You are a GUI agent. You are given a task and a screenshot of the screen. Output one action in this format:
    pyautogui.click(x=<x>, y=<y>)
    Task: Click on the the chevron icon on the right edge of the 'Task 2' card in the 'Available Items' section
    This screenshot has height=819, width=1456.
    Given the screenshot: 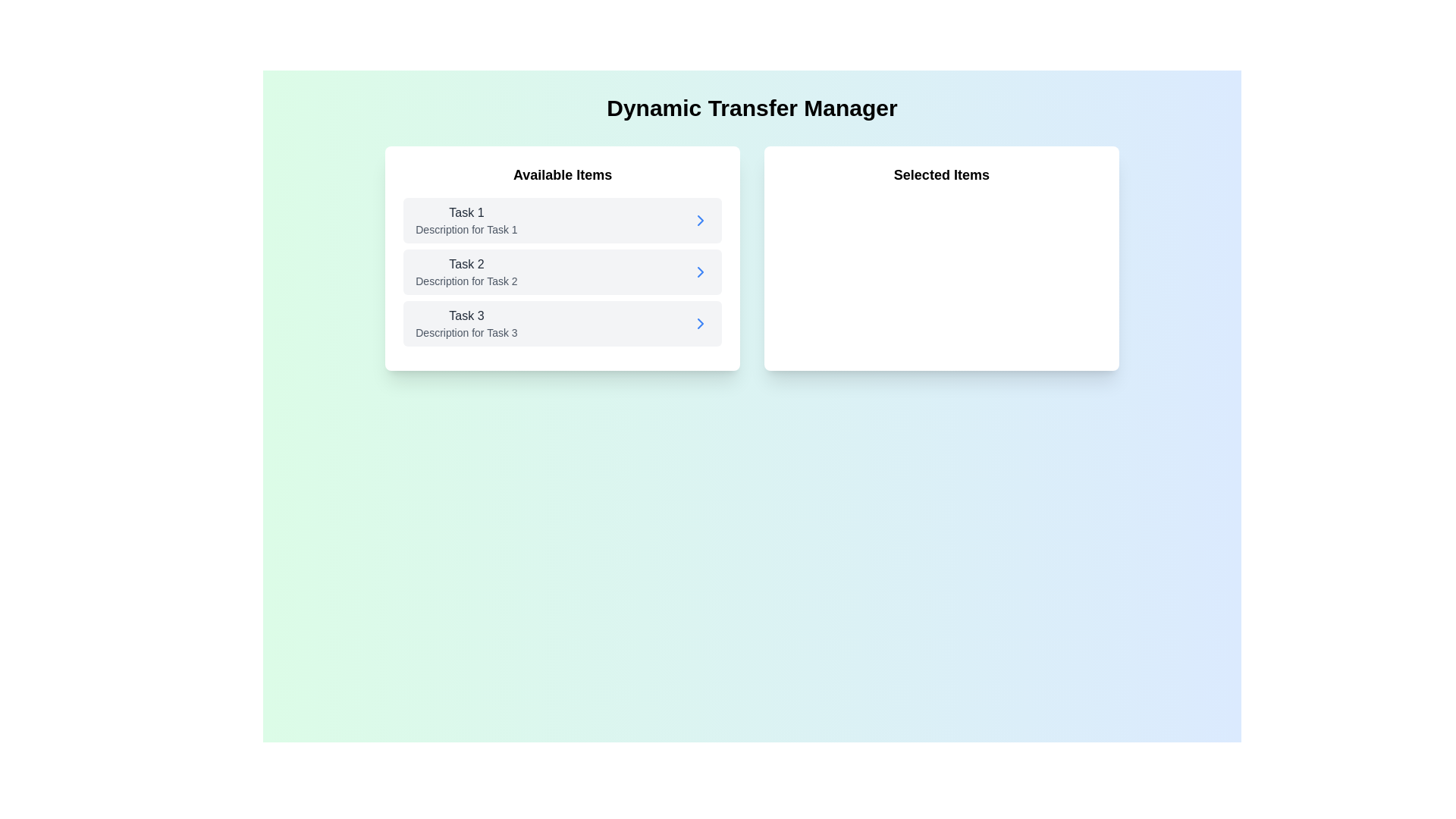 What is the action you would take?
    pyautogui.click(x=700, y=323)
    